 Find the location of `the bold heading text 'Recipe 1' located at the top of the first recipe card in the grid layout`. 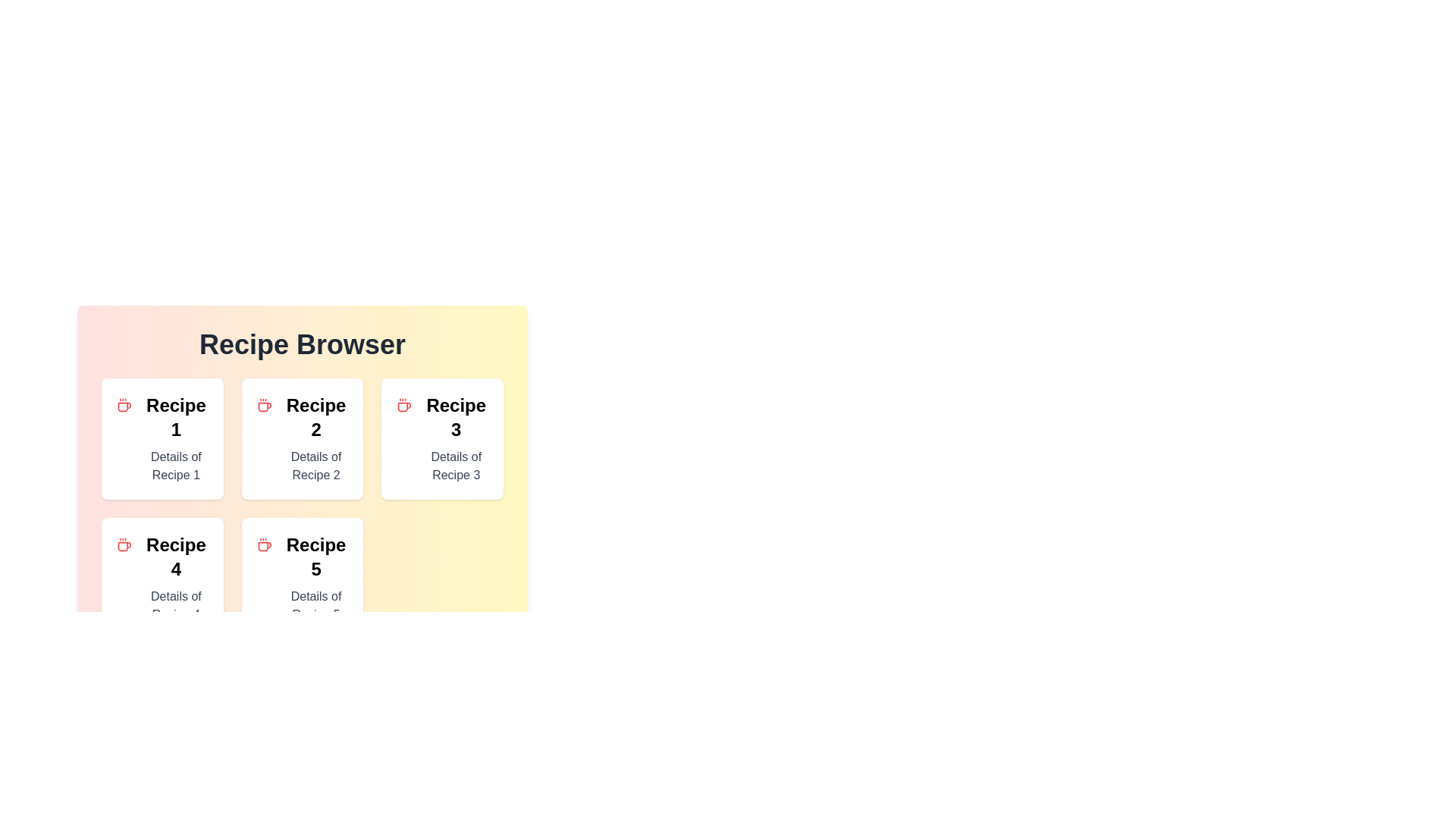

the bold heading text 'Recipe 1' located at the top of the first recipe card in the grid layout is located at coordinates (176, 418).